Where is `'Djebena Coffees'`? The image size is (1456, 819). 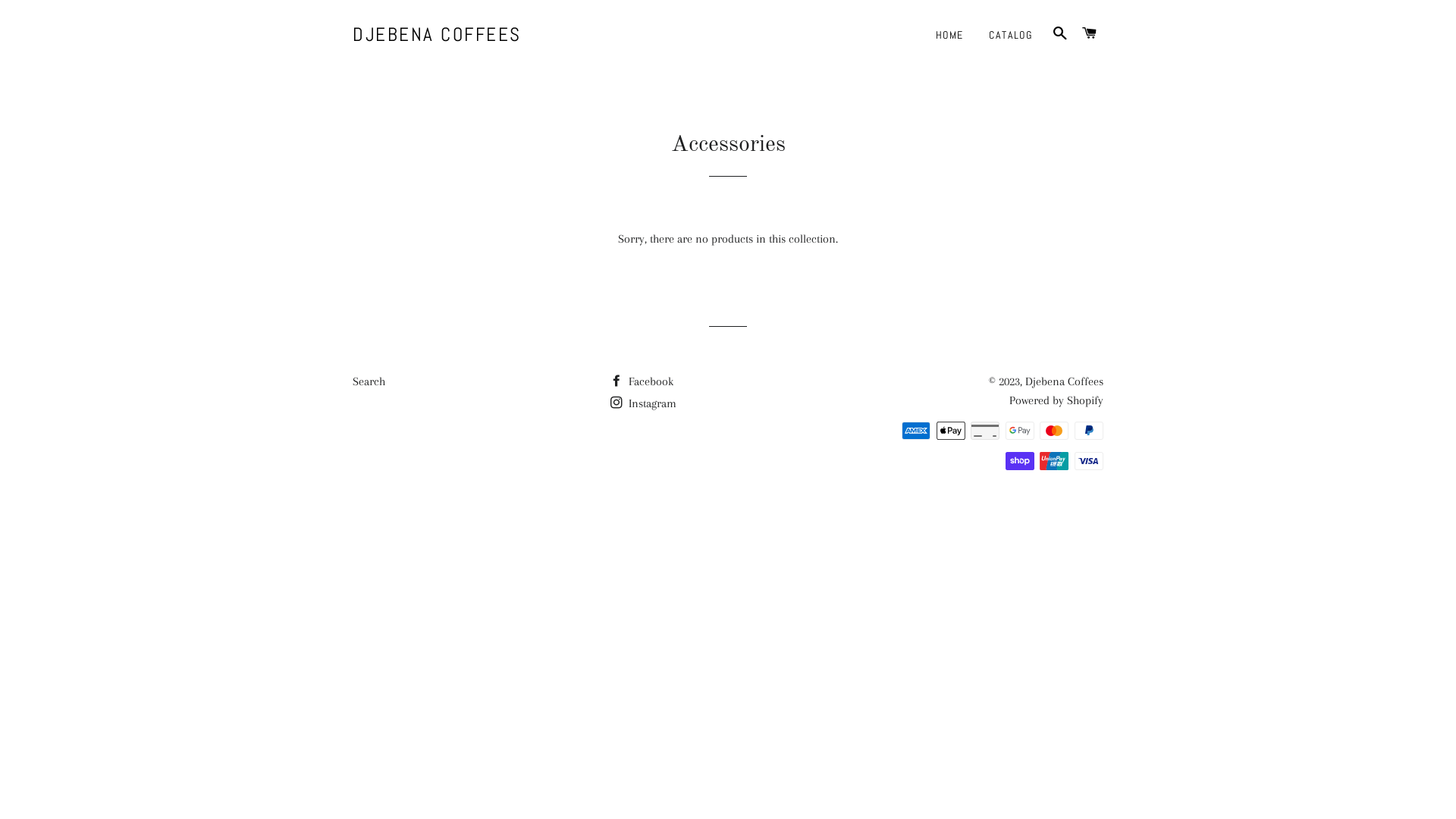
'Djebena Coffees' is located at coordinates (1063, 380).